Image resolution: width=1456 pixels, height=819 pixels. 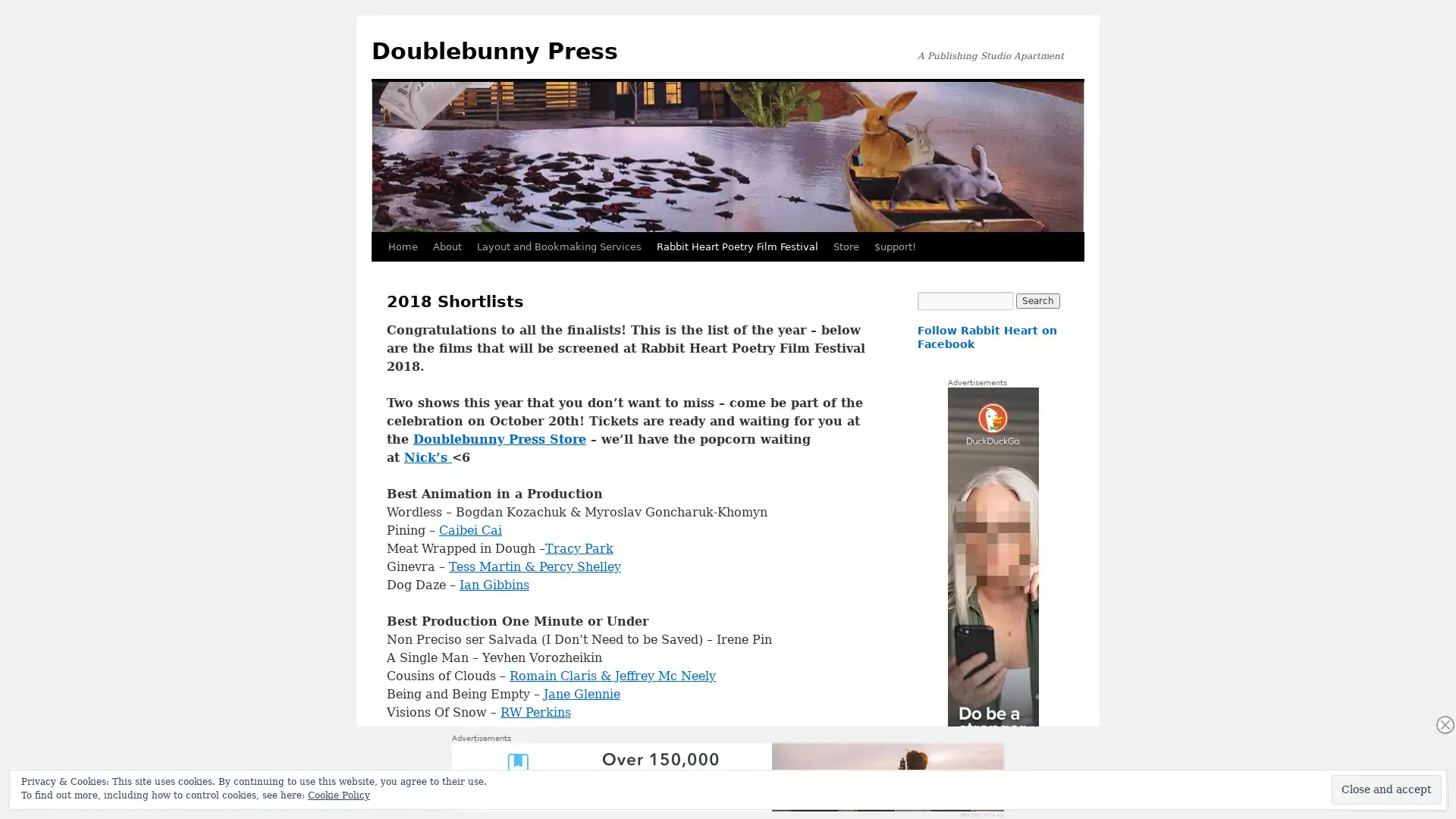 What do you see at coordinates (1037, 301) in the screenshot?
I see `Search` at bounding box center [1037, 301].